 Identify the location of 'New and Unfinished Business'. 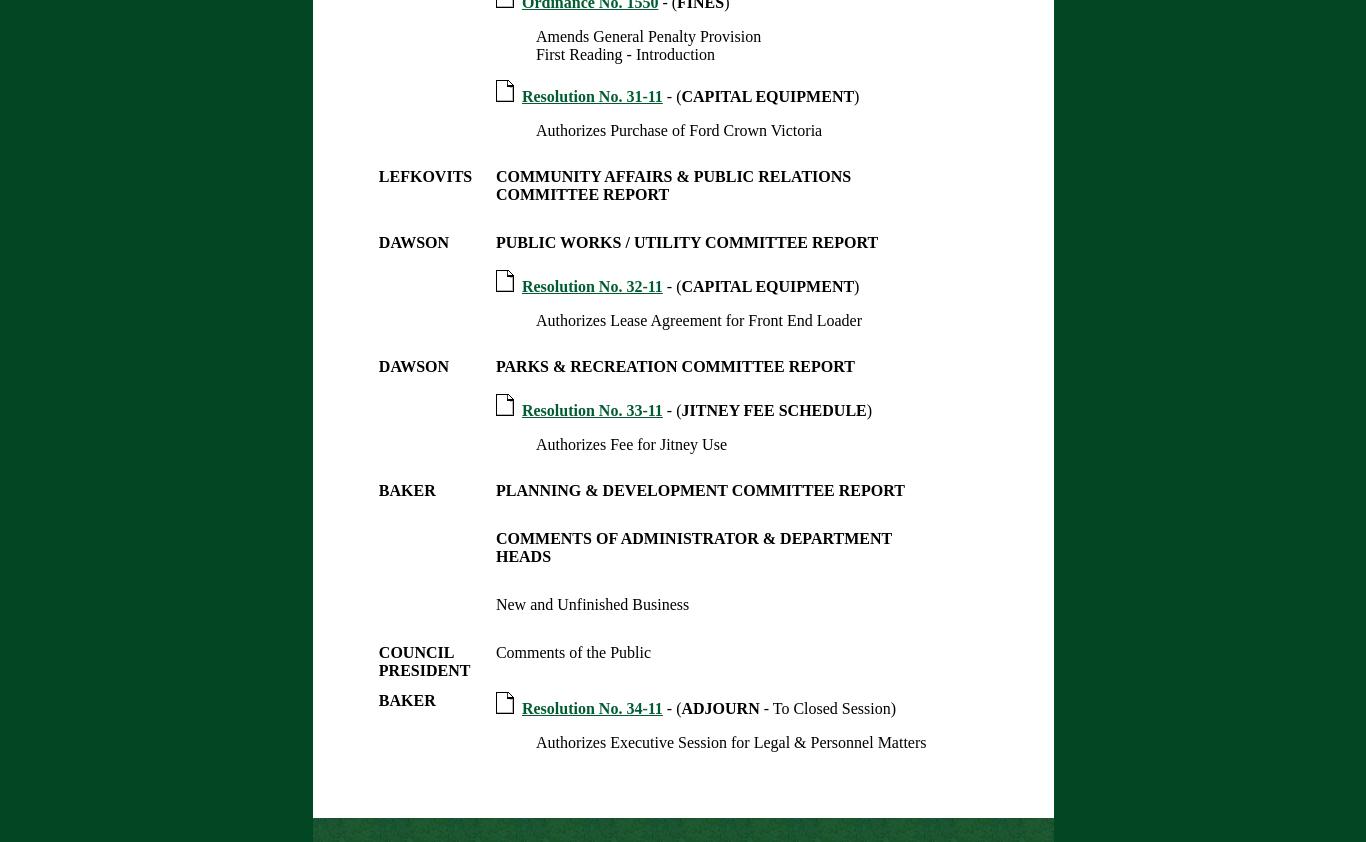
(591, 603).